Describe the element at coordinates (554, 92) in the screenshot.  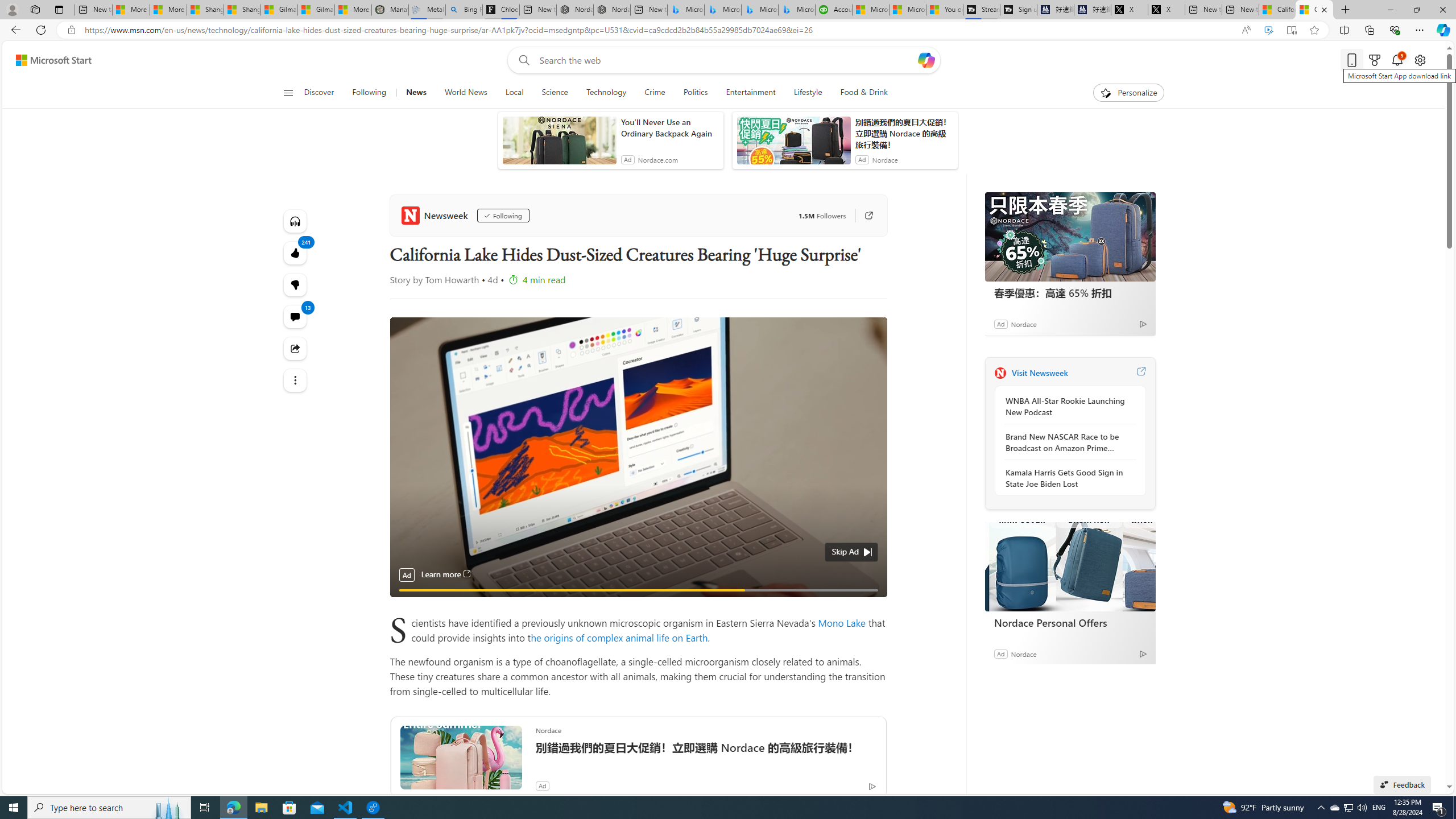
I see `'Science'` at that location.